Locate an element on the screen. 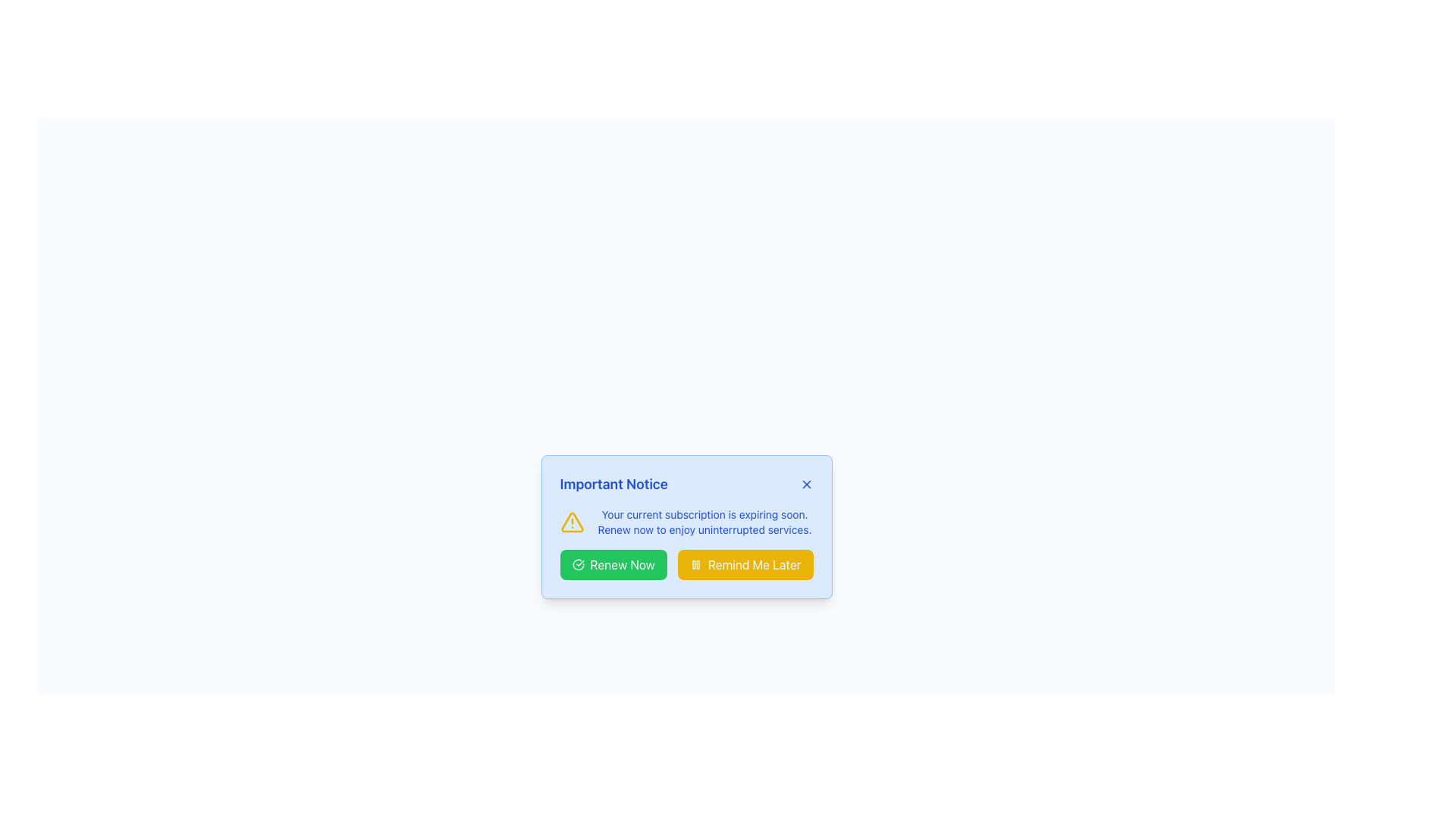 Image resolution: width=1456 pixels, height=819 pixels. the rectangular green button labeled 'Renew Now' with rounded corners is located at coordinates (613, 564).